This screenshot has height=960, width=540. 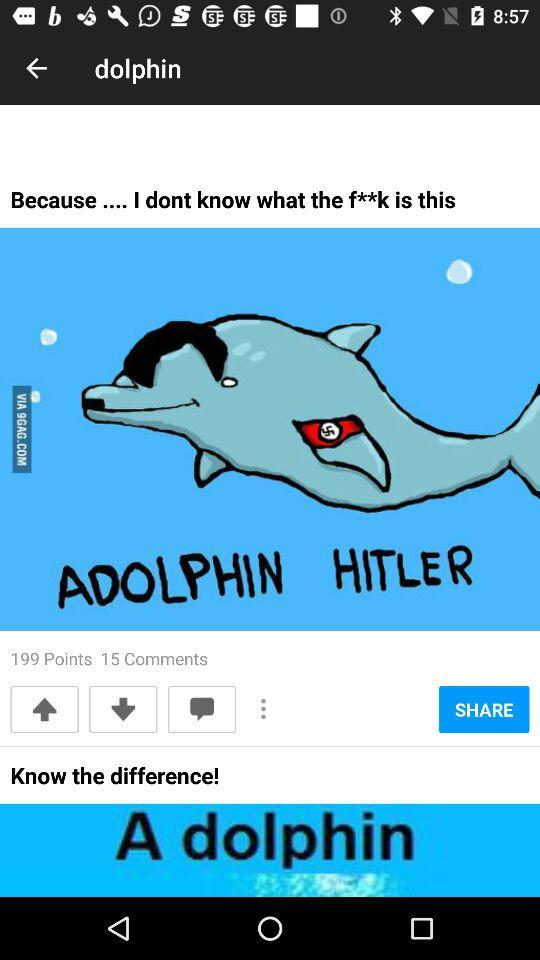 I want to click on the icon next to dolphin item, so click(x=36, y=68).